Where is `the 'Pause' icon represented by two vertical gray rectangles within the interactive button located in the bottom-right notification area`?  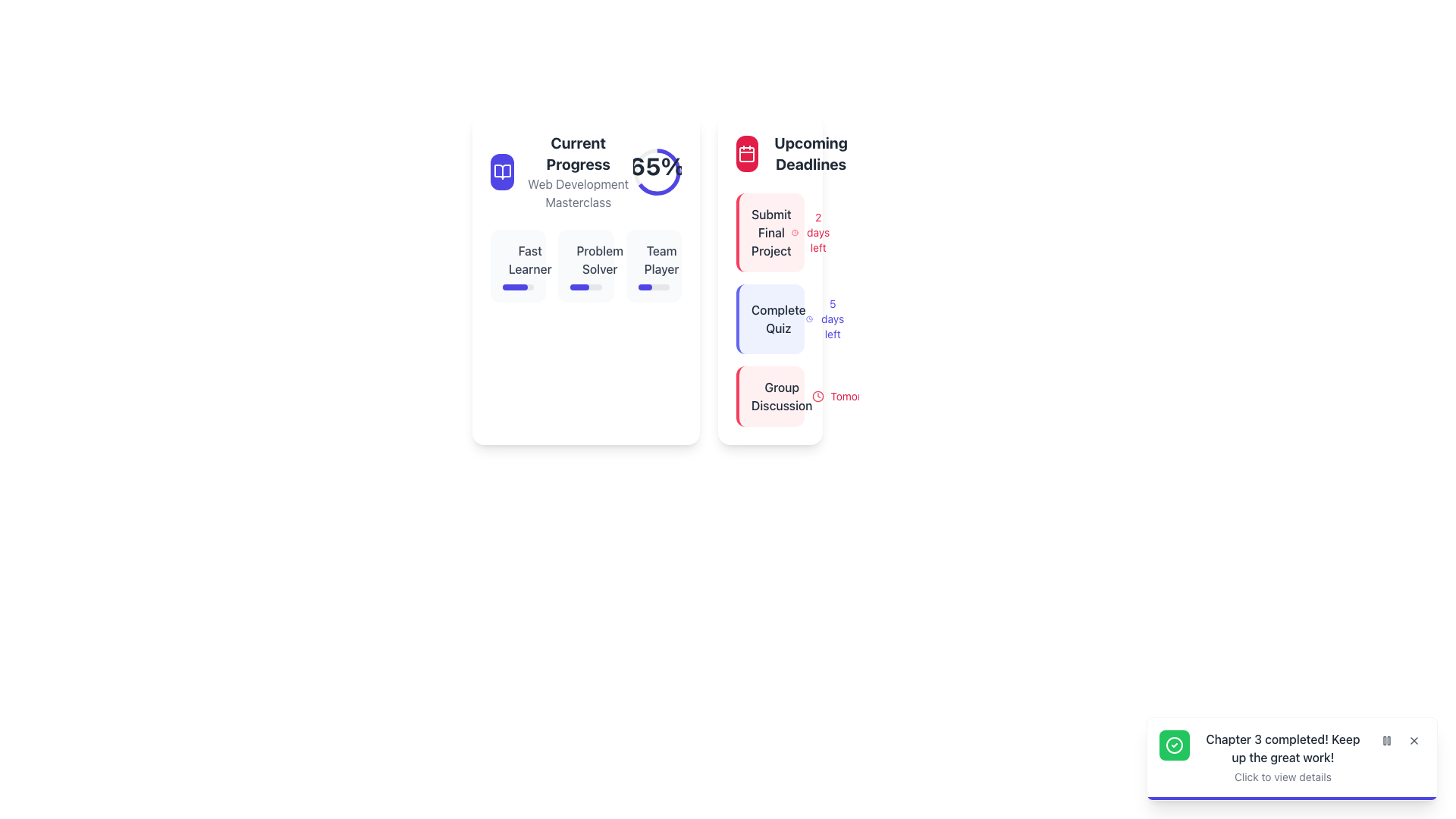
the 'Pause' icon represented by two vertical gray rectangles within the interactive button located in the bottom-right notification area is located at coordinates (1386, 739).